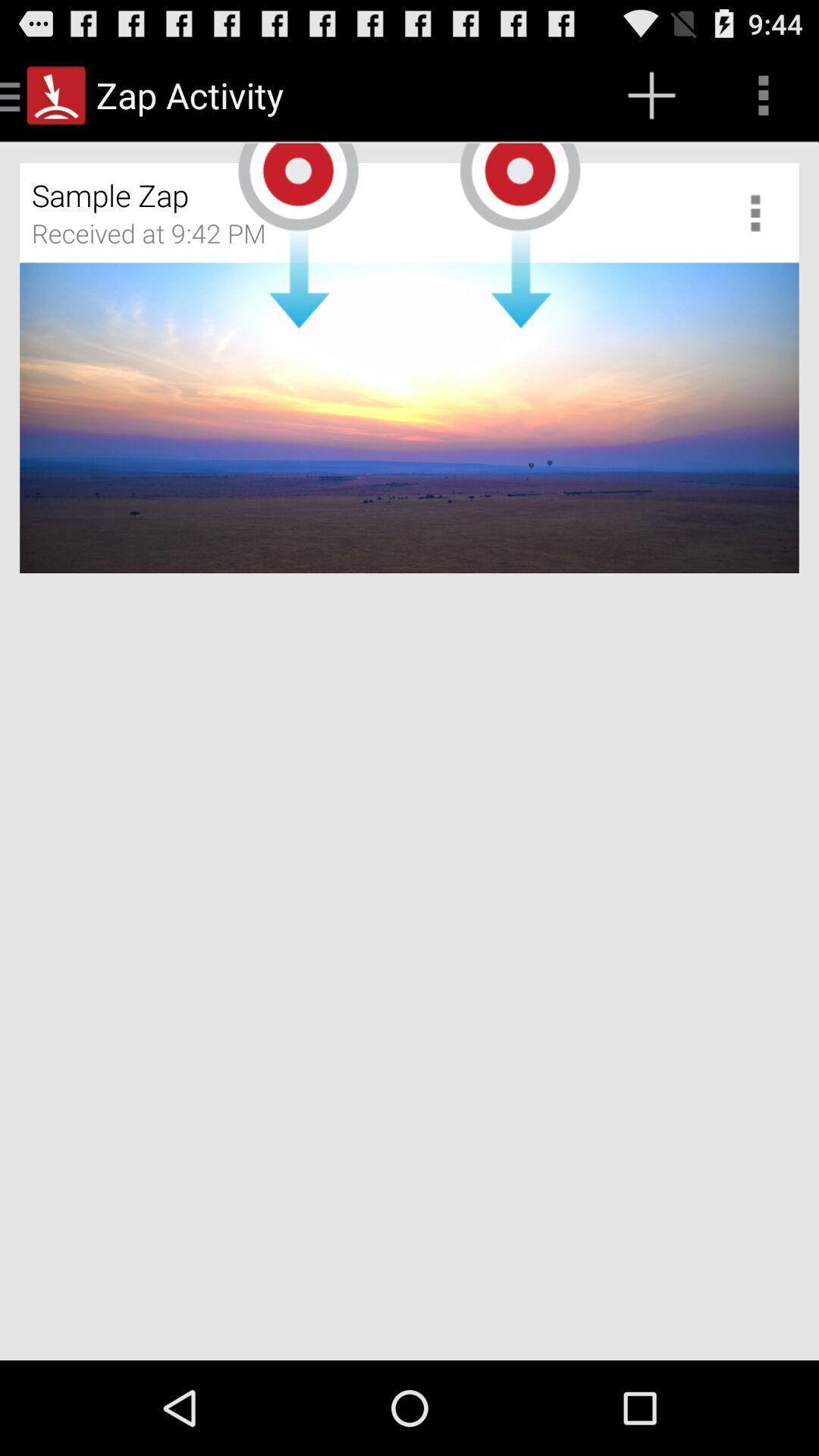 The image size is (819, 1456). Describe the element at coordinates (409, 418) in the screenshot. I see `the item below received at 9 icon` at that location.